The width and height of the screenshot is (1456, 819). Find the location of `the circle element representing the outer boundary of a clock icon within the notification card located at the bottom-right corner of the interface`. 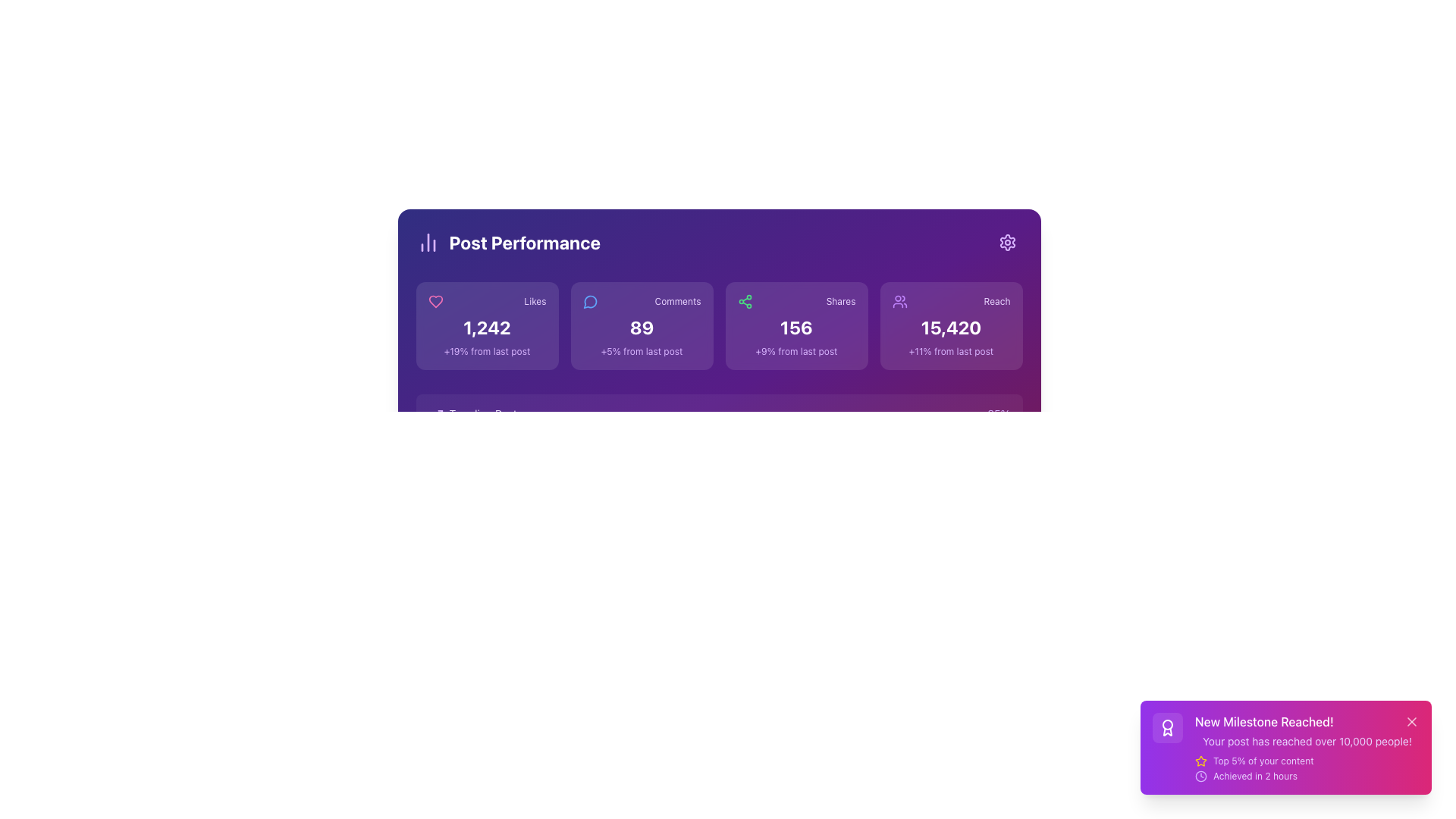

the circle element representing the outer boundary of a clock icon within the notification card located at the bottom-right corner of the interface is located at coordinates (1200, 776).